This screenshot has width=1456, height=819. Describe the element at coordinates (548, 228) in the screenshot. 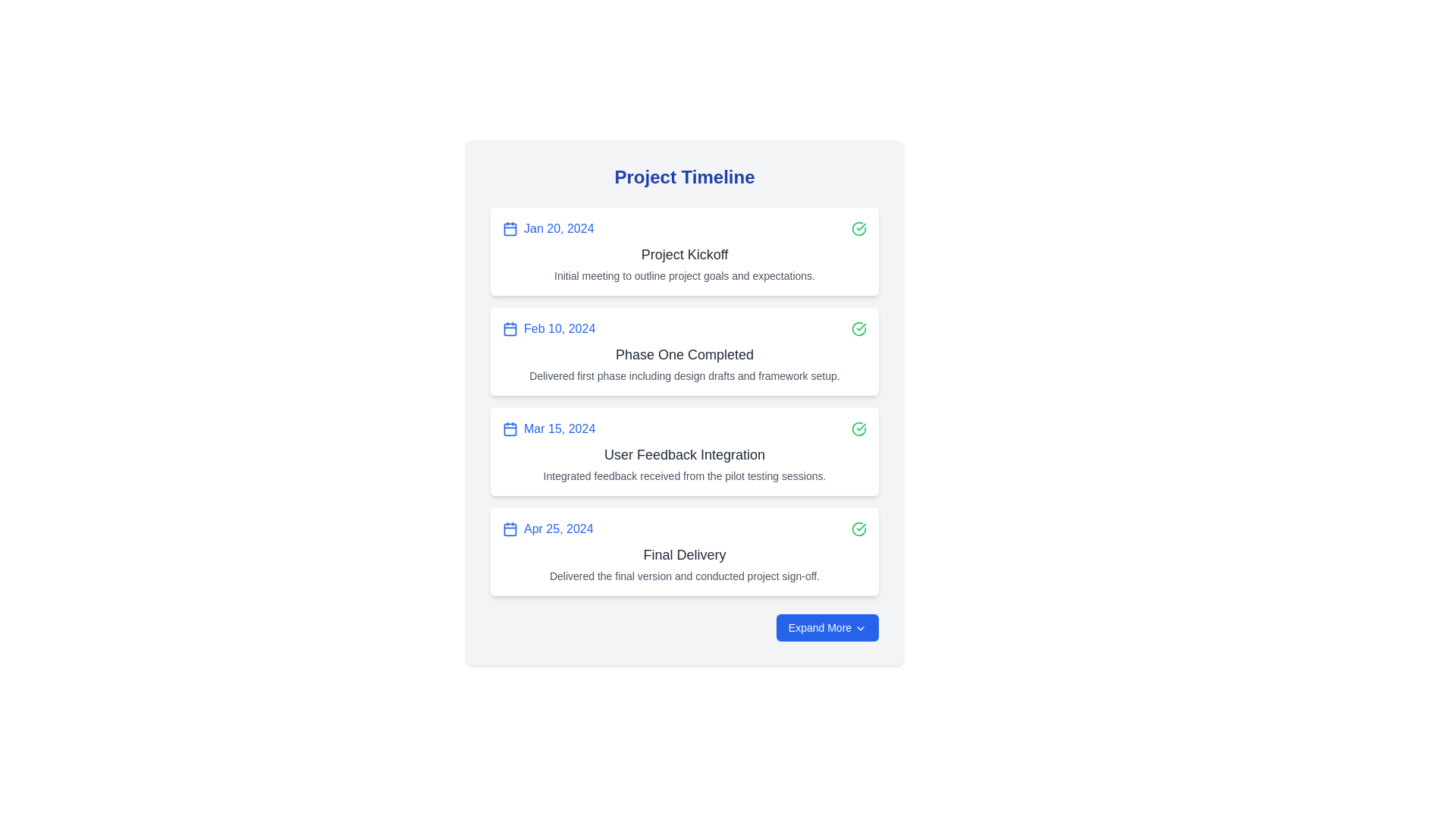

I see `the blue text label displaying the date 'Jan 20, 2024' next to the small calendar icon in the 'Project Timeline' section, located at the top left of the first card` at that location.